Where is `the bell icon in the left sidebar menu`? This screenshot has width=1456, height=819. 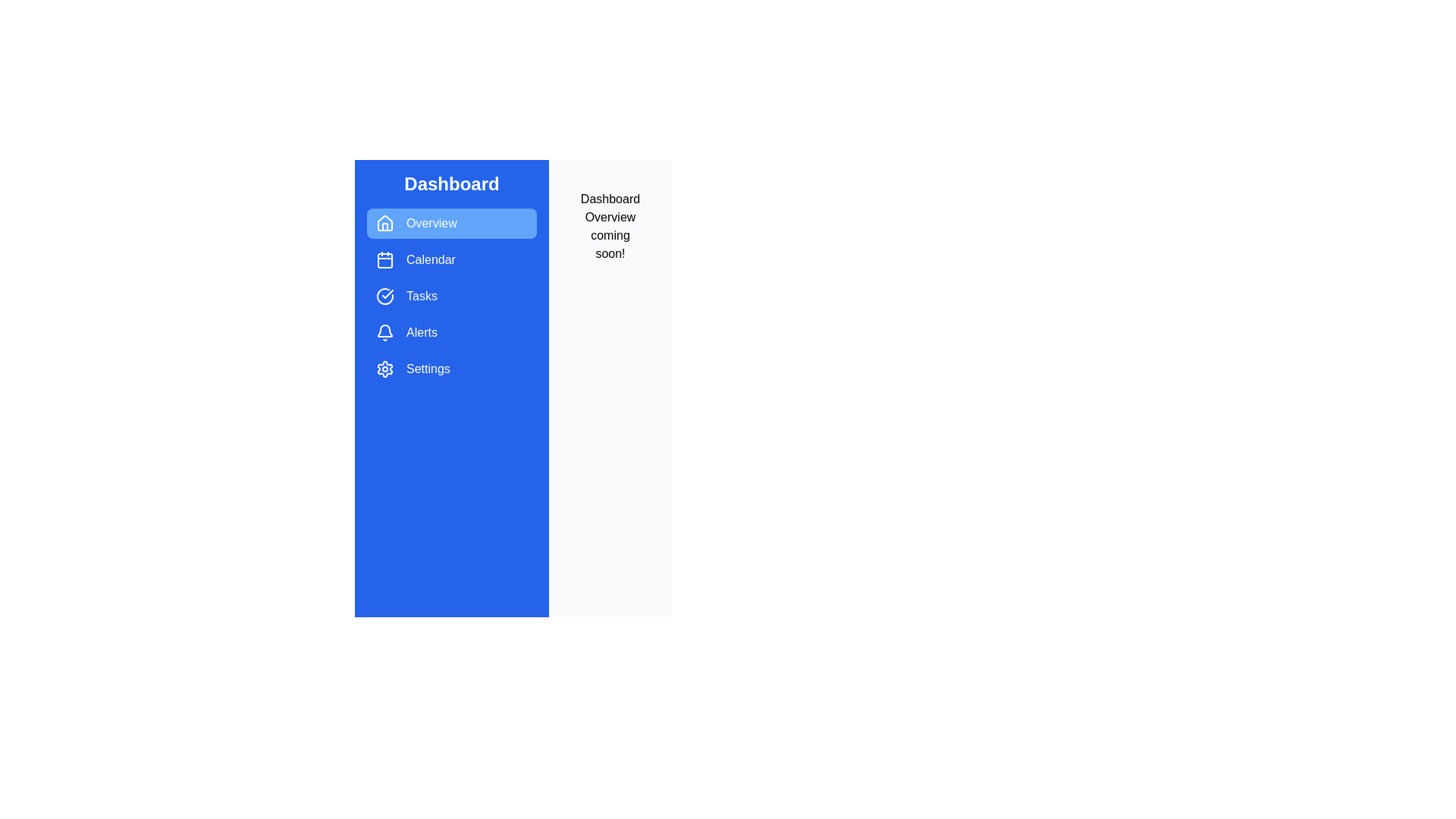 the bell icon in the left sidebar menu is located at coordinates (385, 332).